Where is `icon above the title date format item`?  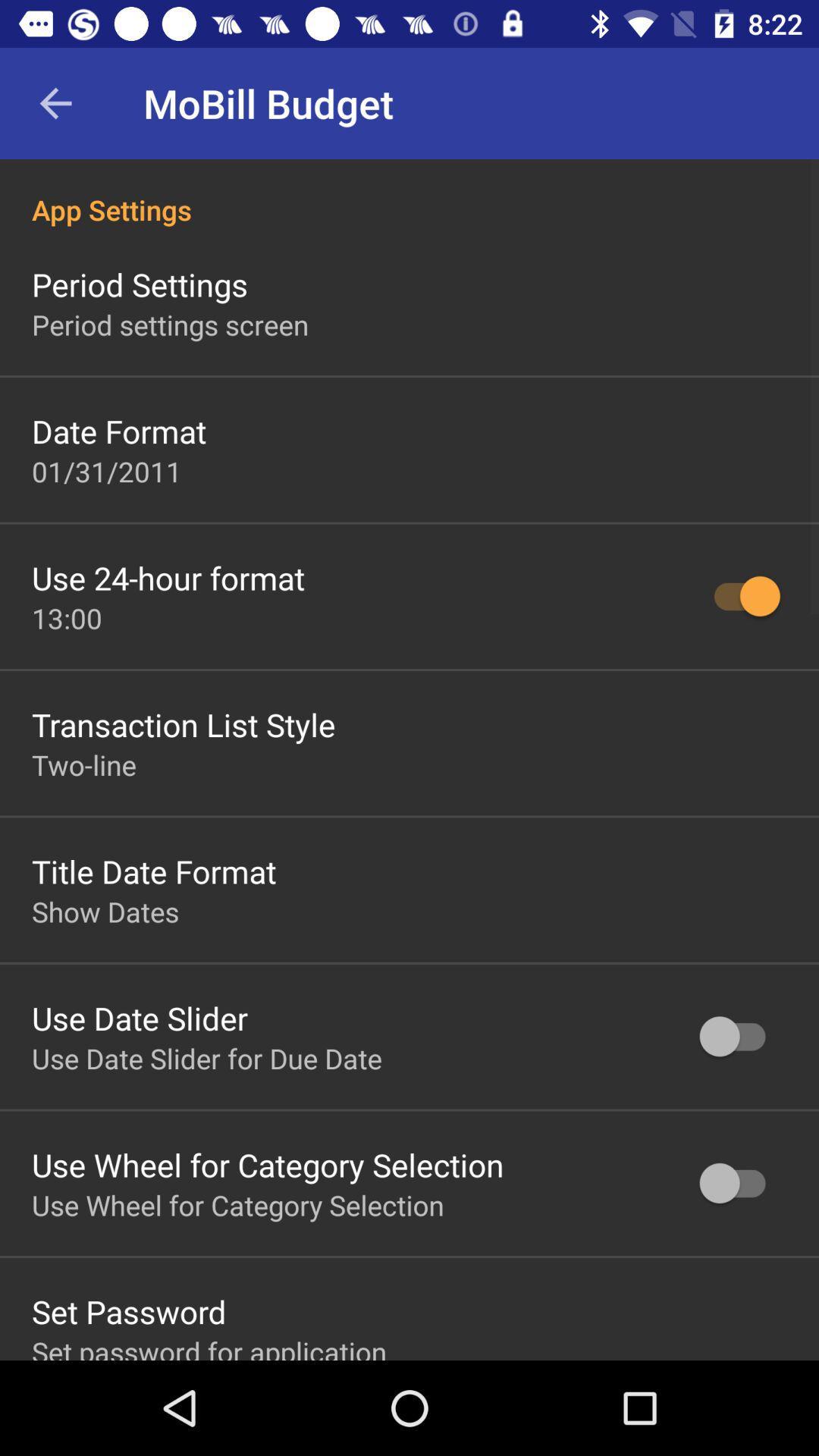
icon above the title date format item is located at coordinates (84, 764).